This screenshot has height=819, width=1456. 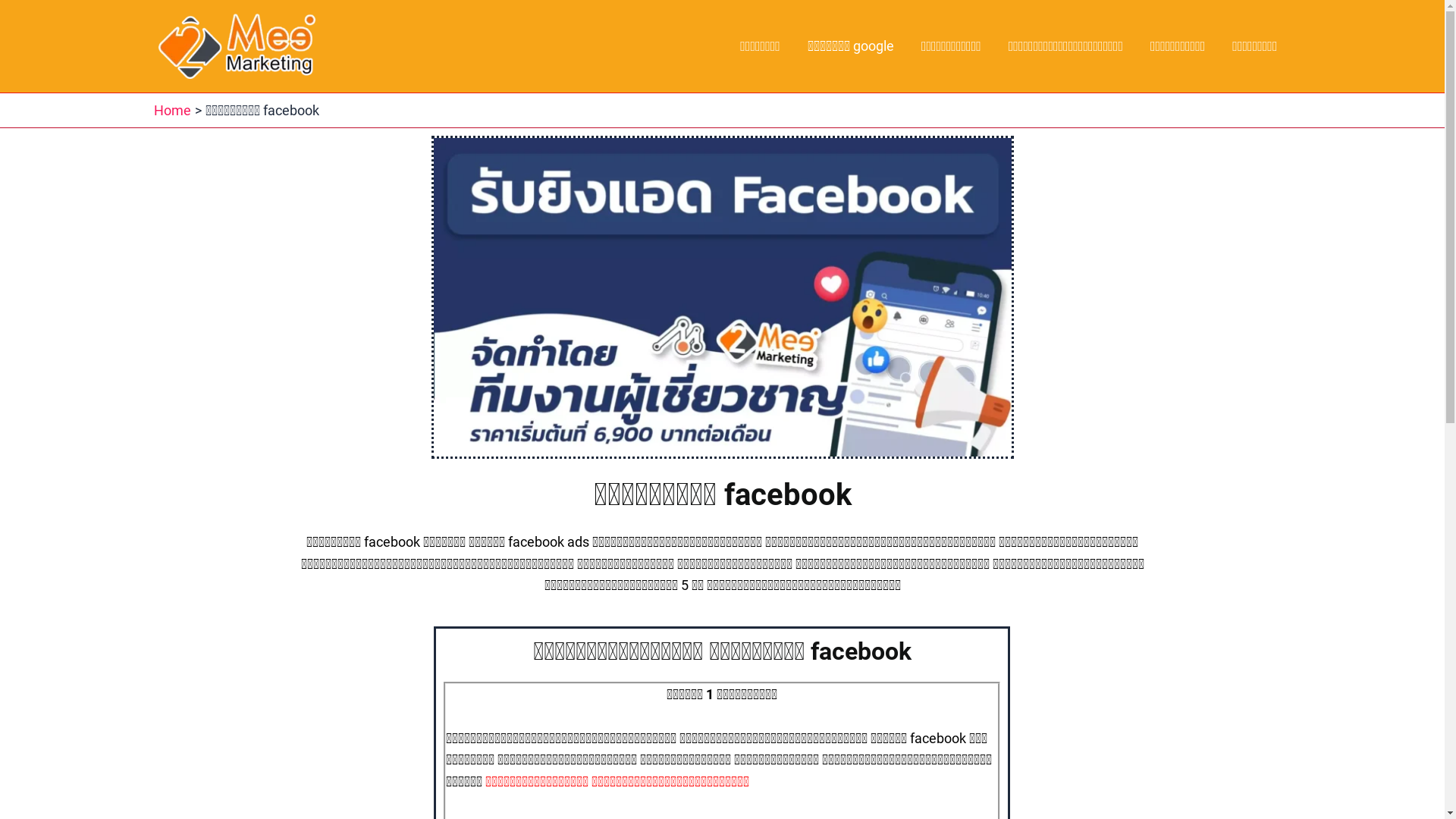 I want to click on 'Home', so click(x=152, y=109).